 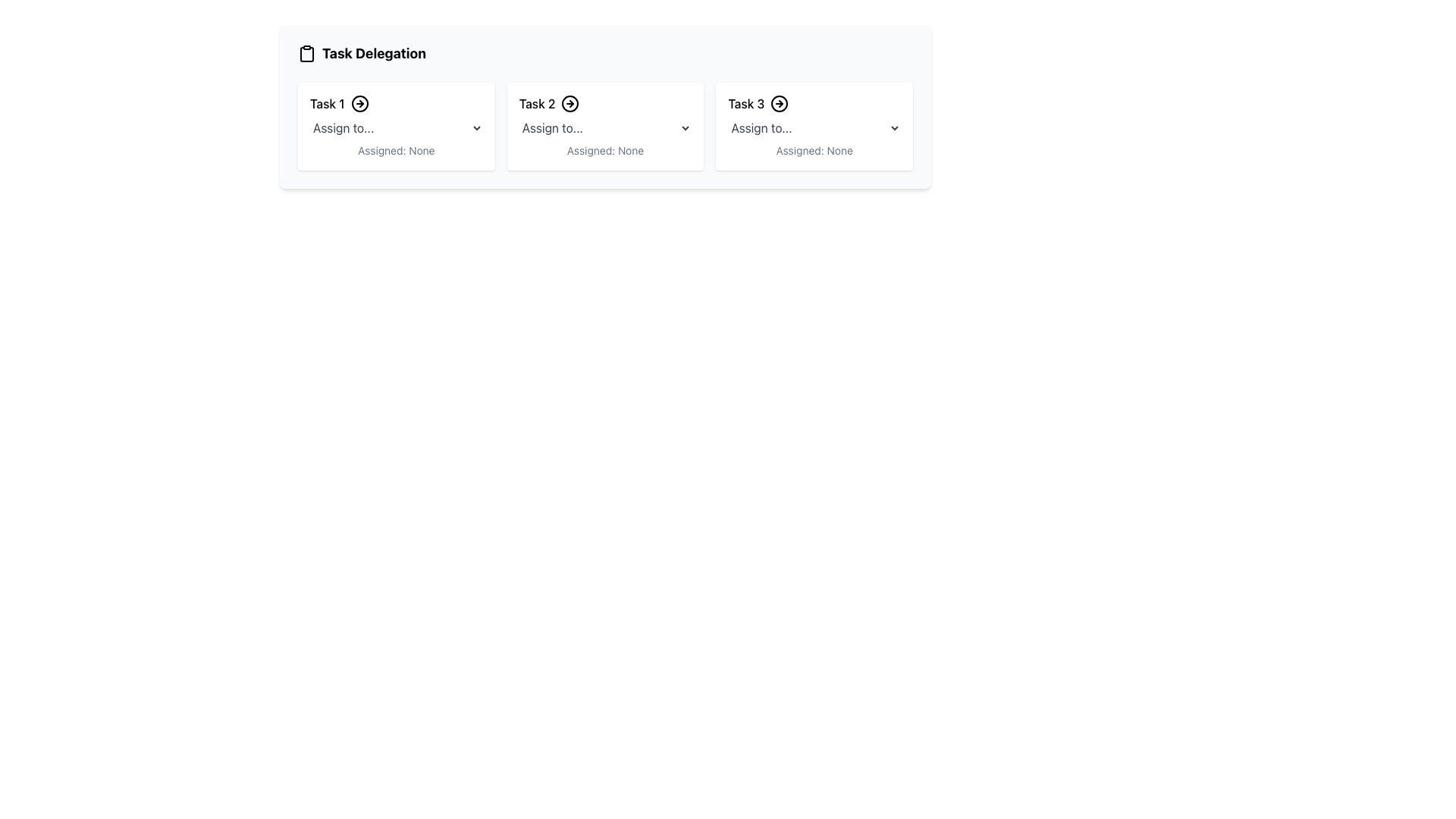 I want to click on the Dropdown menu labeled 'Task 2', so click(x=604, y=127).